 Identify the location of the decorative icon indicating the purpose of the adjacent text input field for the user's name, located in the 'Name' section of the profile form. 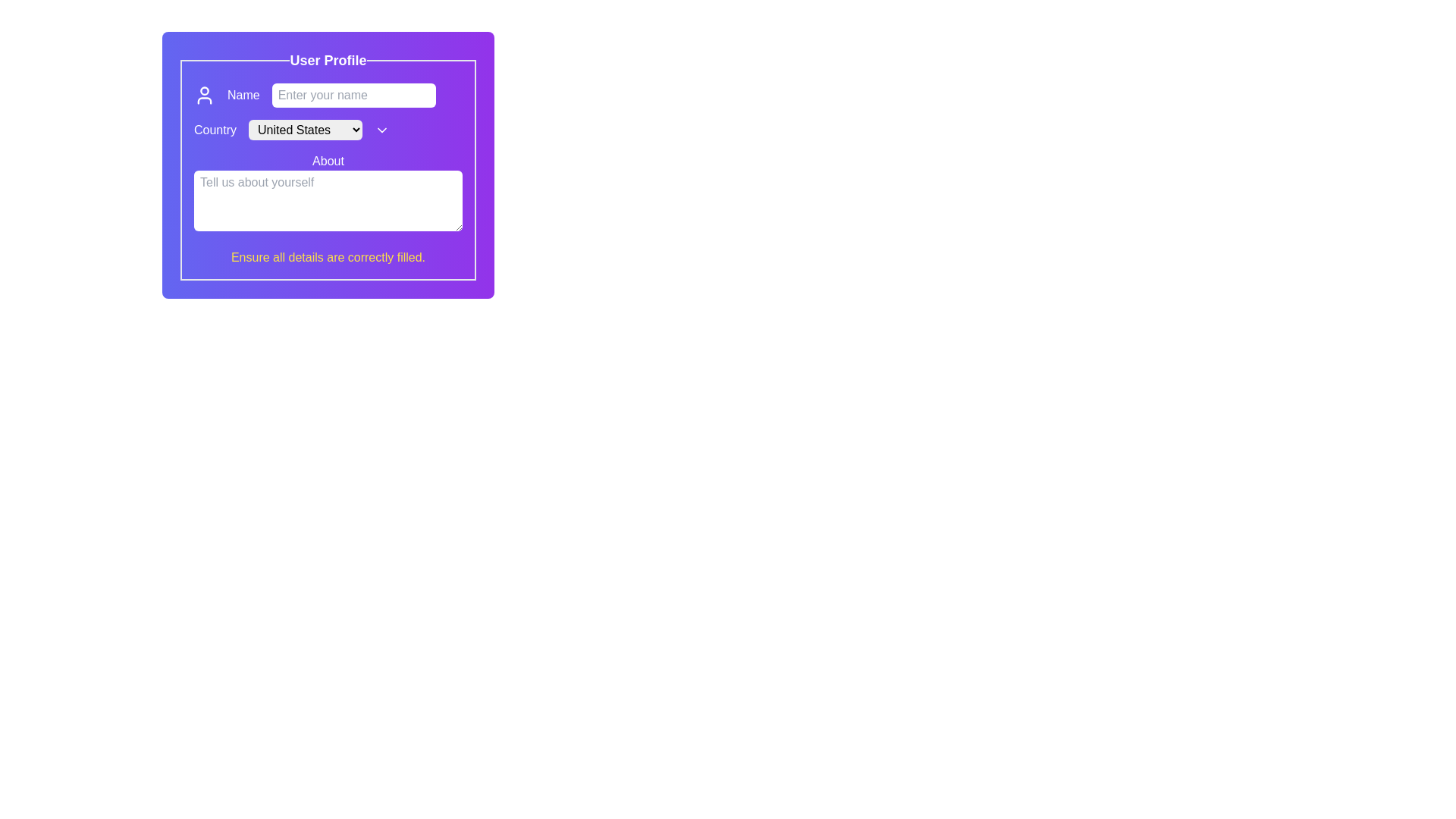
(203, 96).